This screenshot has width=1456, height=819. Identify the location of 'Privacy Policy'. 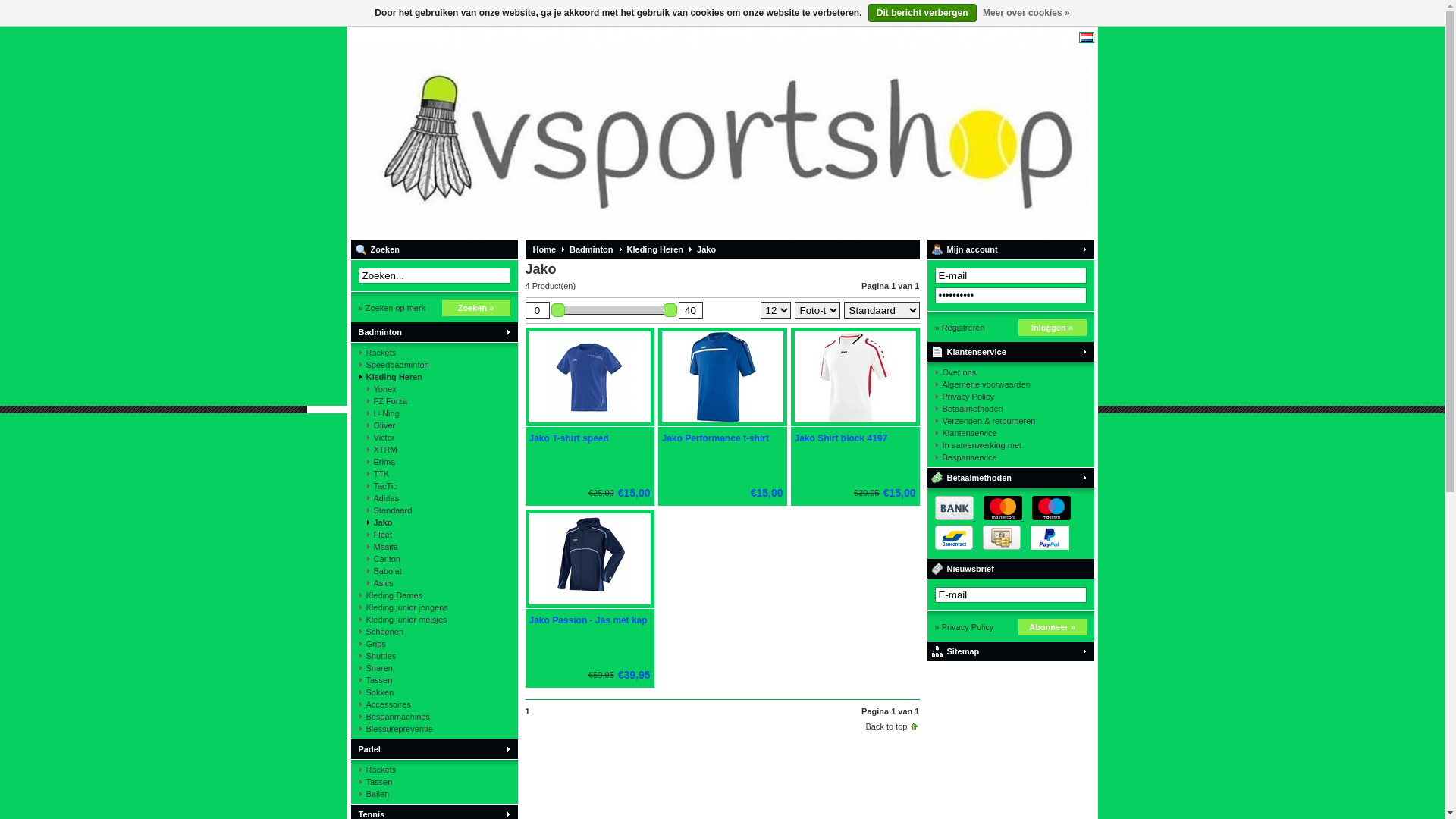
(1010, 396).